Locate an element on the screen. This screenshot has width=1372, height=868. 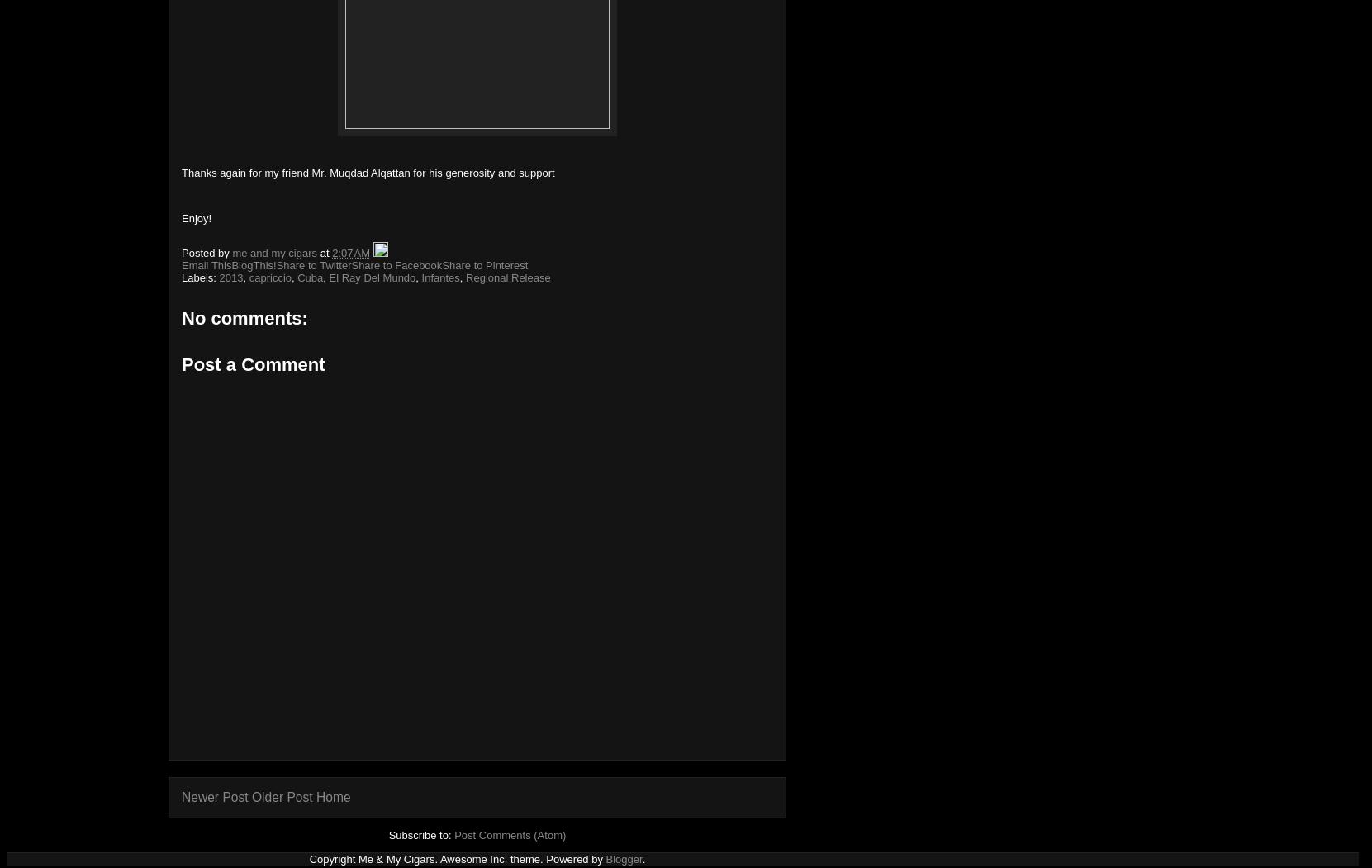
'Email This' is located at coordinates (205, 264).